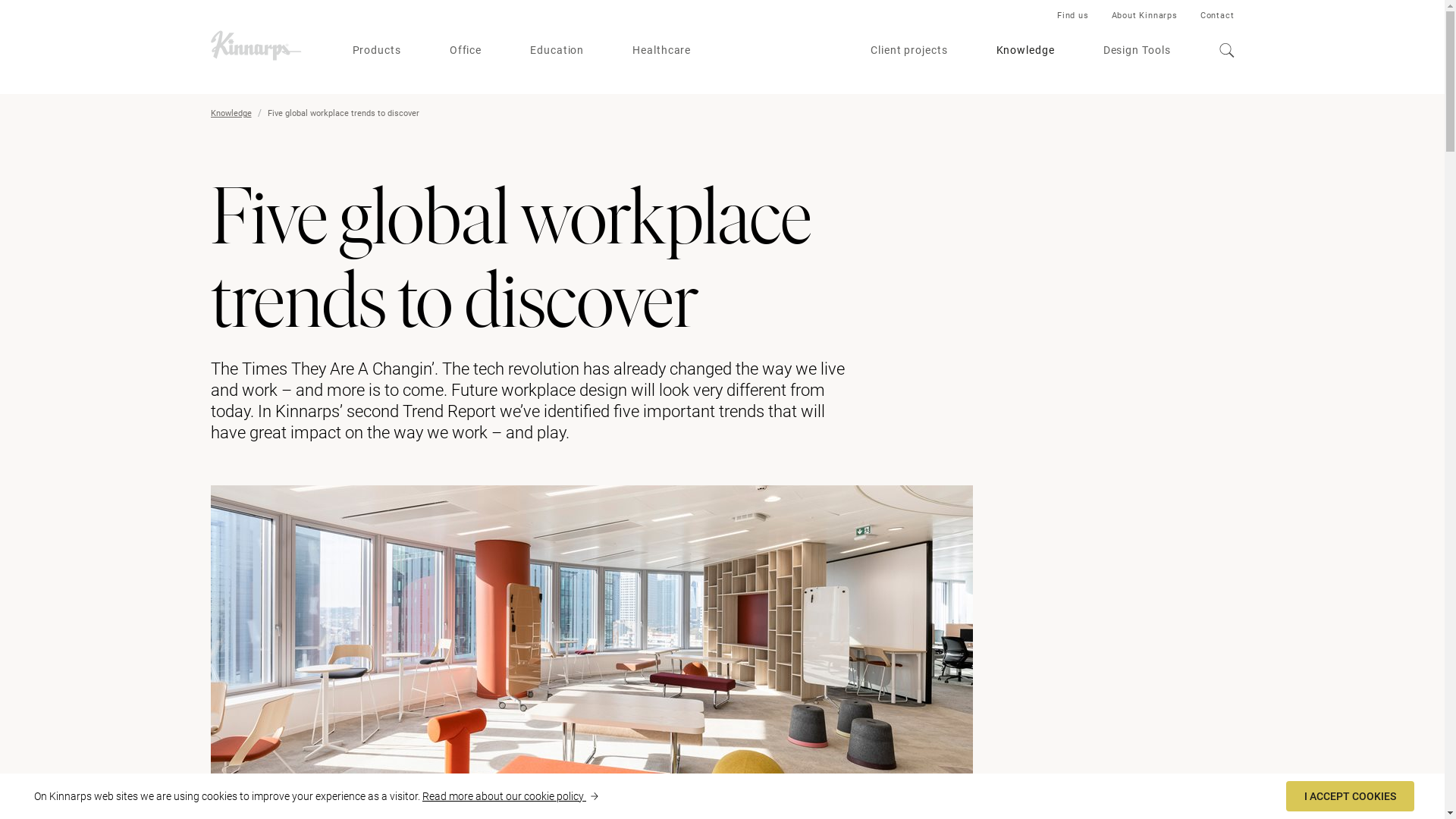 The width and height of the screenshot is (1456, 819). Describe the element at coordinates (1137, 49) in the screenshot. I see `'Design Tools'` at that location.